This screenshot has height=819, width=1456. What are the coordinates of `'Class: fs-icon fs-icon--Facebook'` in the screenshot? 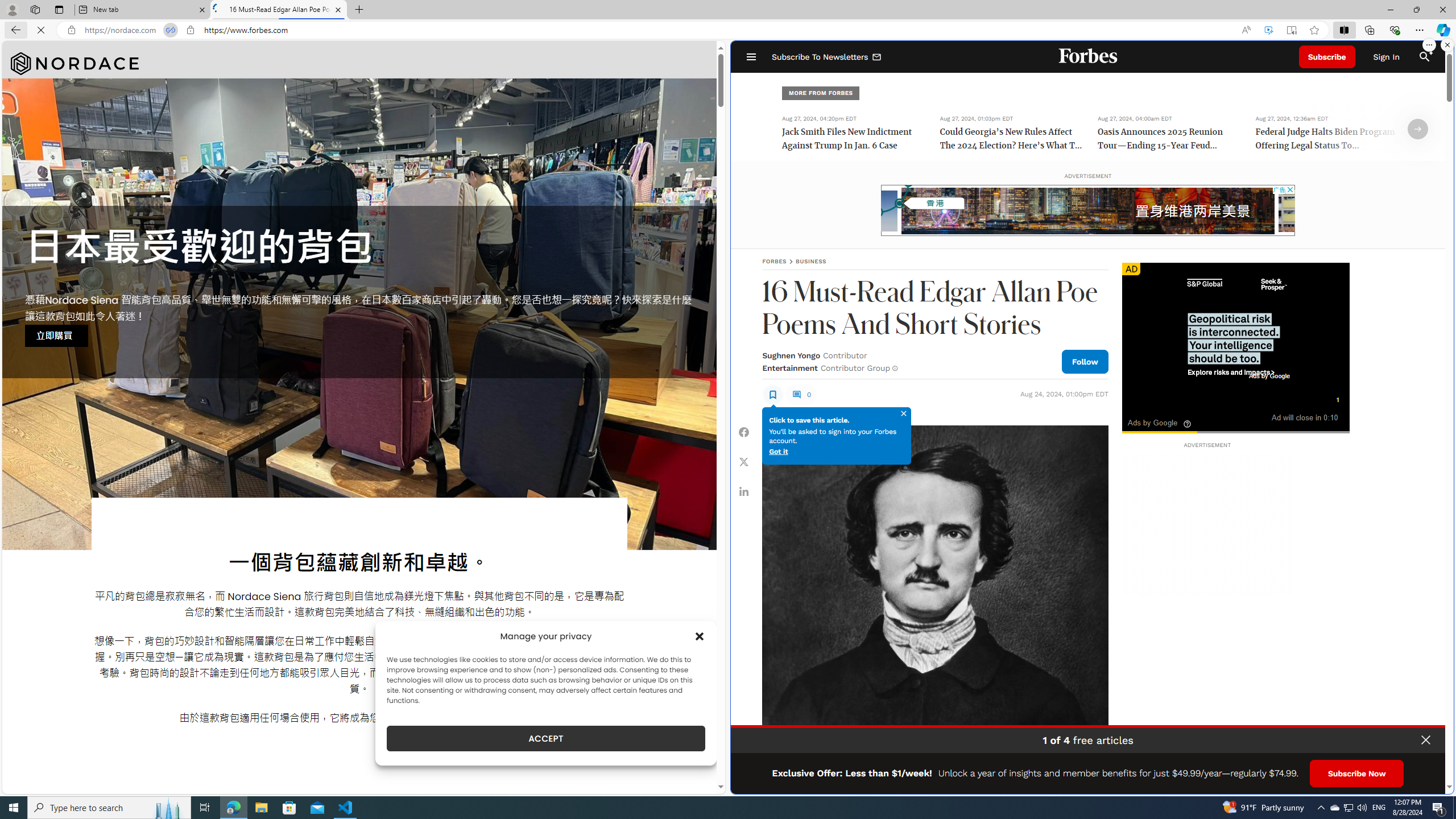 It's located at (744, 431).